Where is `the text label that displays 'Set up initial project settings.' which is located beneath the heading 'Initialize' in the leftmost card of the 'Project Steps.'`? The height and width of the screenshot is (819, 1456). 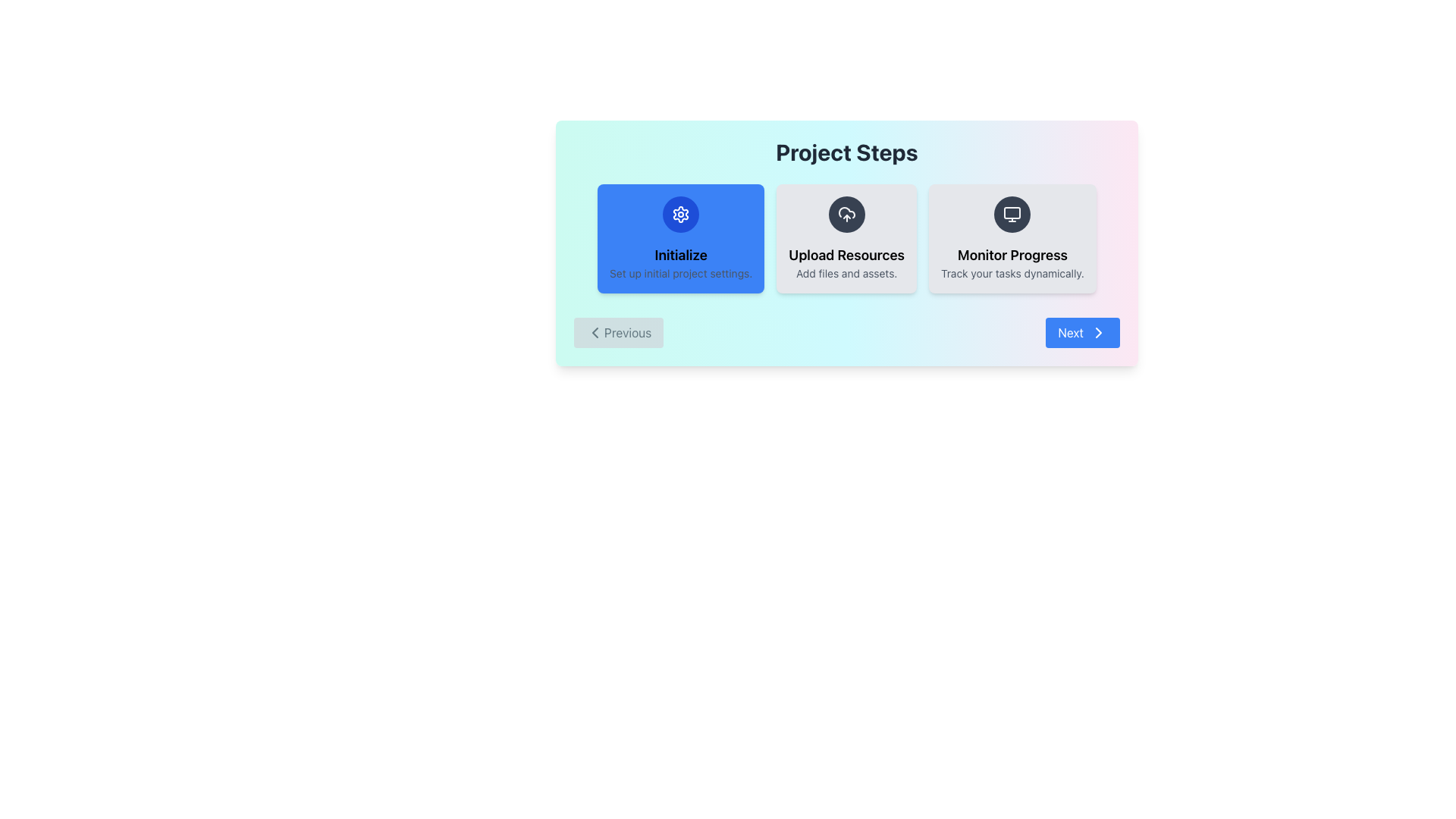 the text label that displays 'Set up initial project settings.' which is located beneath the heading 'Initialize' in the leftmost card of the 'Project Steps.' is located at coordinates (680, 274).